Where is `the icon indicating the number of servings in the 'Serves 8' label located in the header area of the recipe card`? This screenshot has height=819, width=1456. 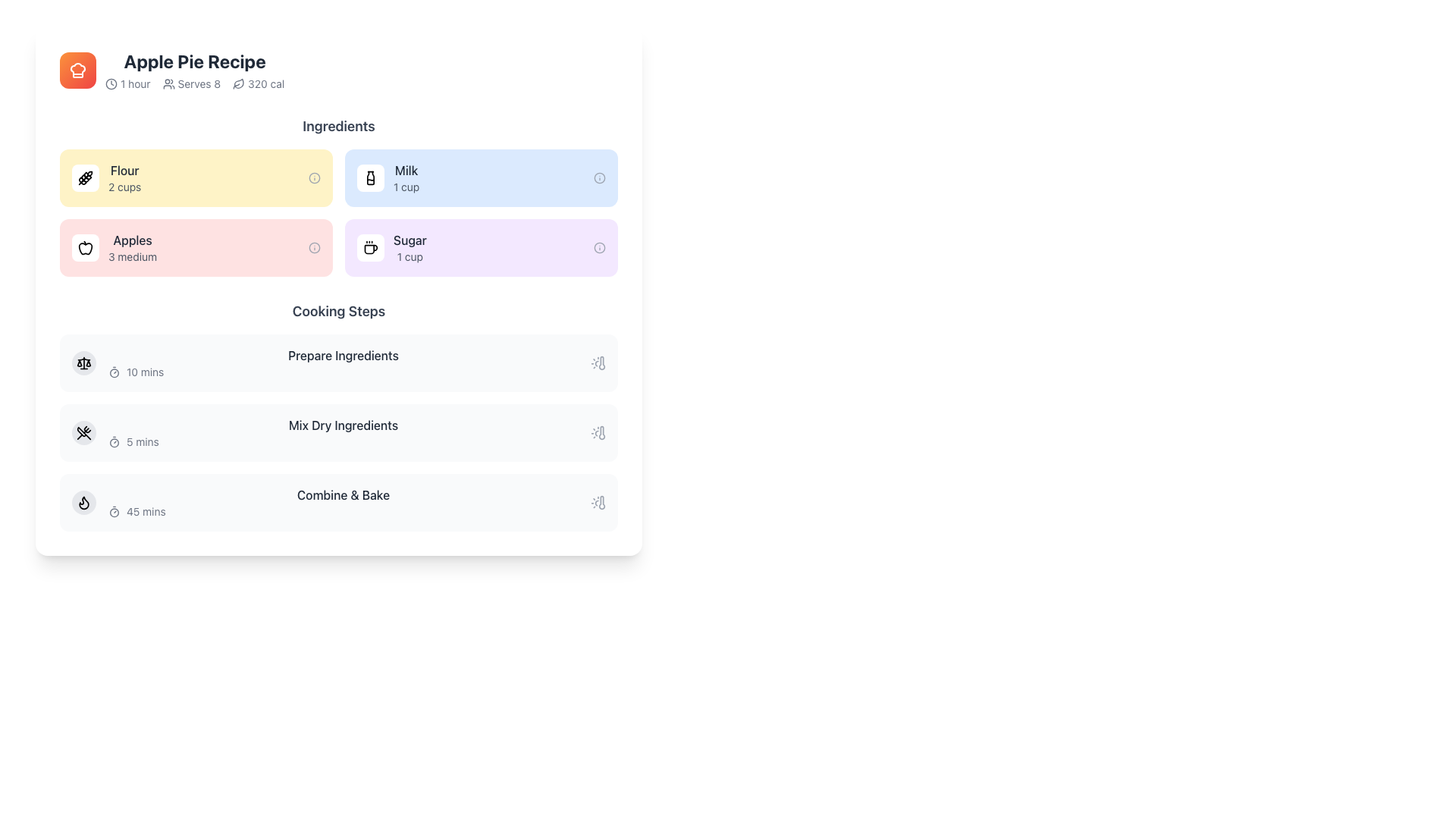
the icon indicating the number of servings in the 'Serves 8' label located in the header area of the recipe card is located at coordinates (168, 84).